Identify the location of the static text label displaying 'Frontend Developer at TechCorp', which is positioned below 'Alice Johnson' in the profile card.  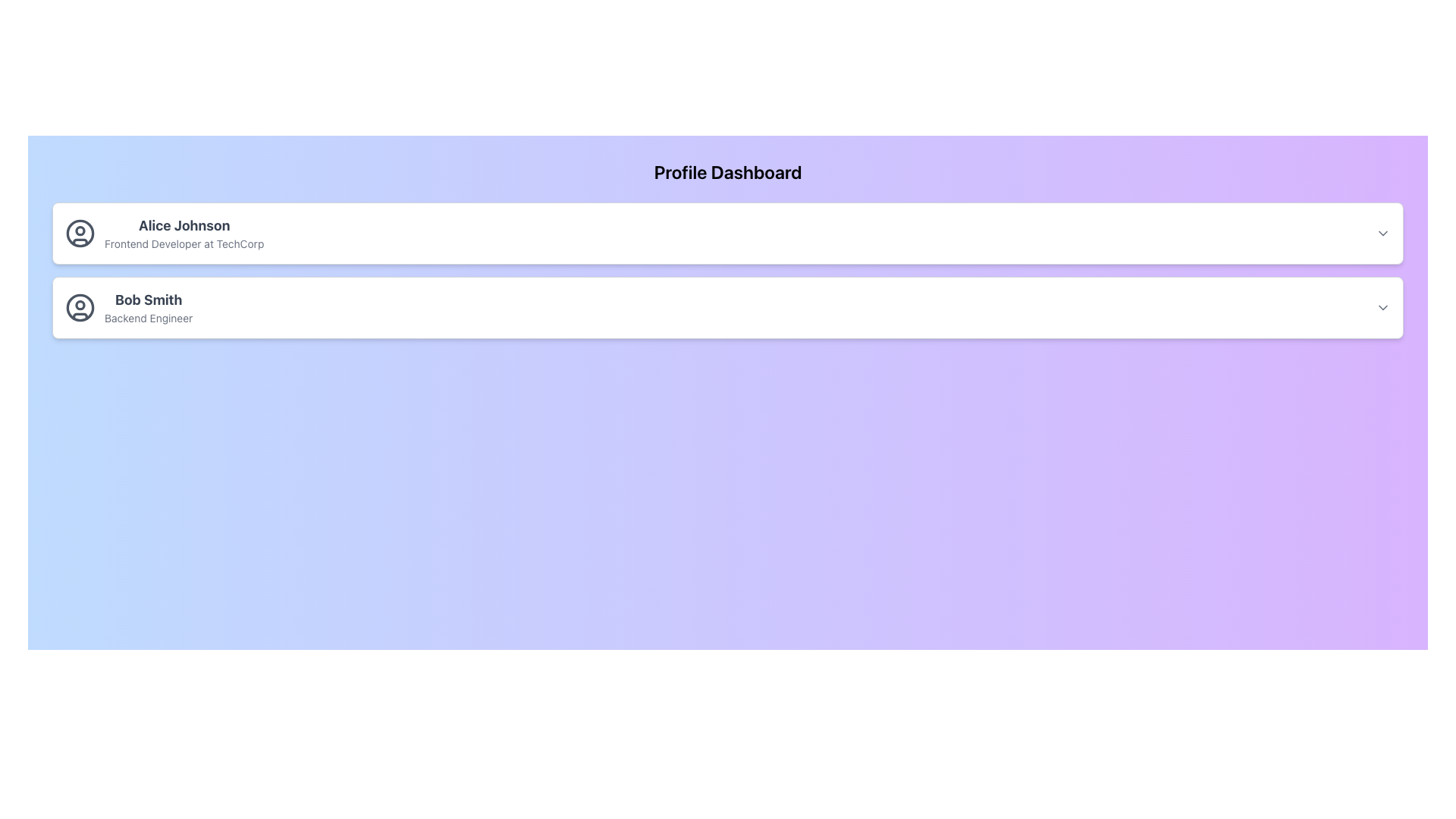
(184, 243).